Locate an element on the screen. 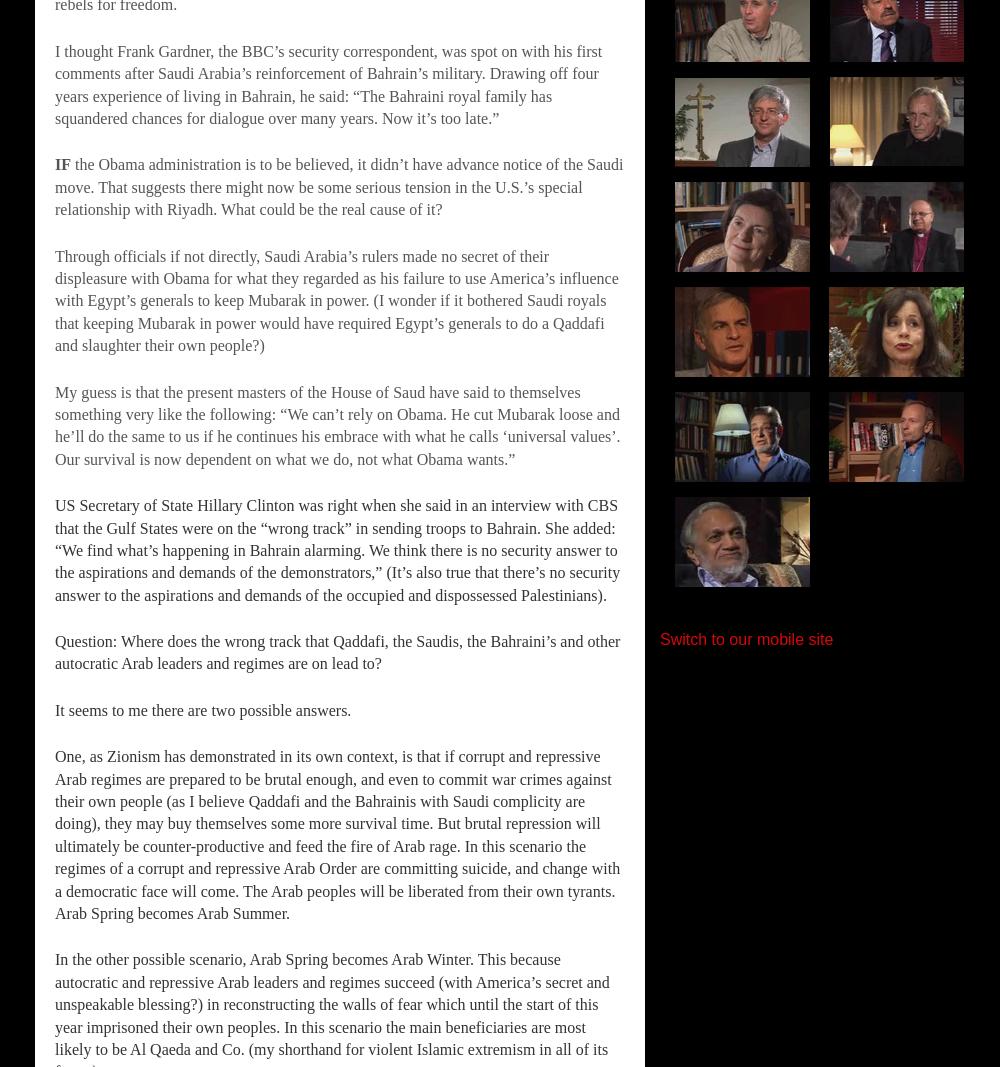  'My guess is that the present masters of the House of Saud have said to themselves something very like the following: “We can’t rely on Obama. He cut Mubarak loose and he’ll do the same to us if he continues his embrace with what he calls ‘universal values’. Our survival is now dependent on what we do, not what Obama wants.”' is located at coordinates (55, 423).